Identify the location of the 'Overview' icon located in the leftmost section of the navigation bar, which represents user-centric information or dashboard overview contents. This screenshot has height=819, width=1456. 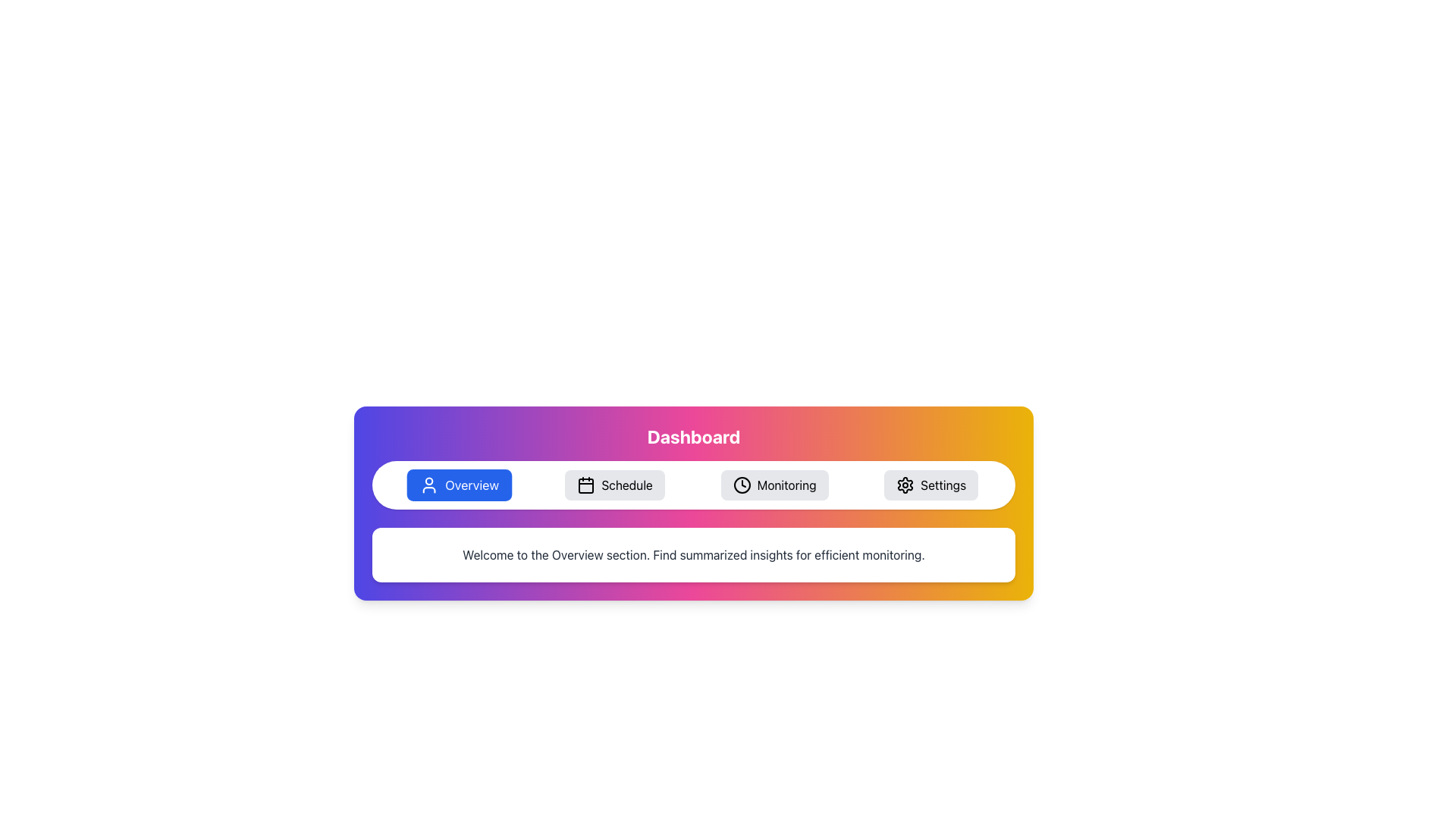
(428, 485).